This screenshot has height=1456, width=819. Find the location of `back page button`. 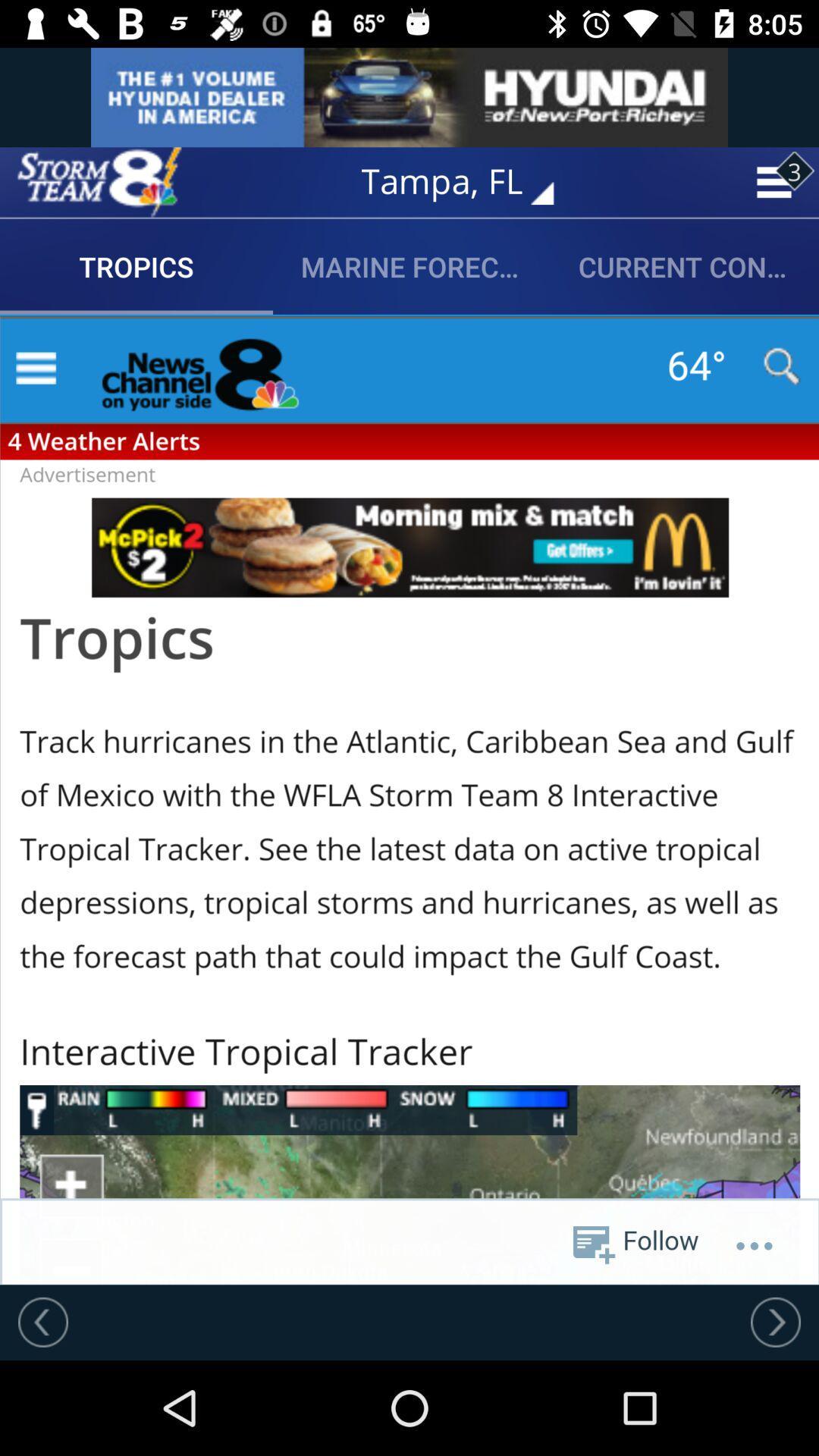

back page button is located at coordinates (42, 1321).